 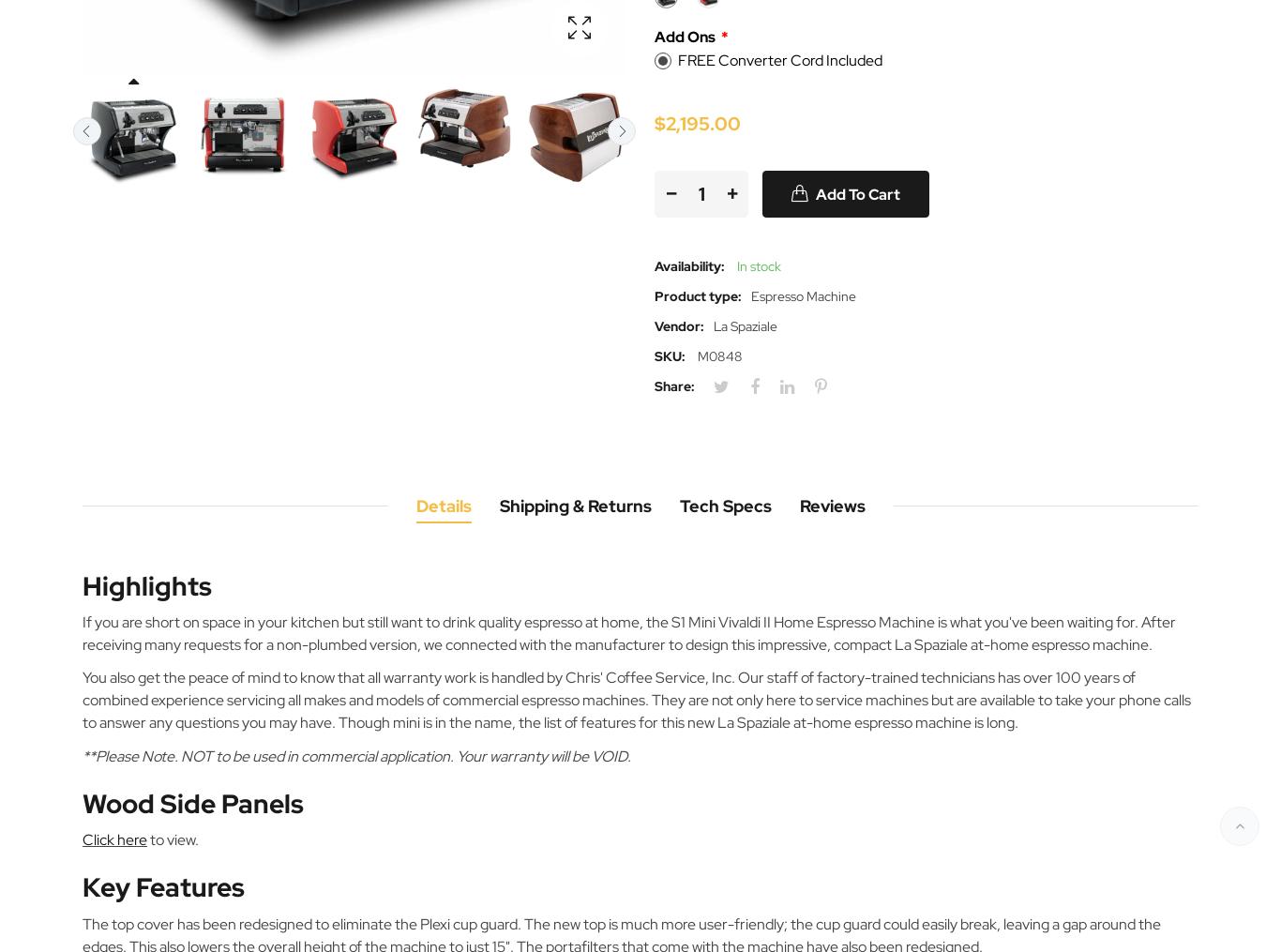 I want to click on 'Highlights', so click(x=145, y=584).